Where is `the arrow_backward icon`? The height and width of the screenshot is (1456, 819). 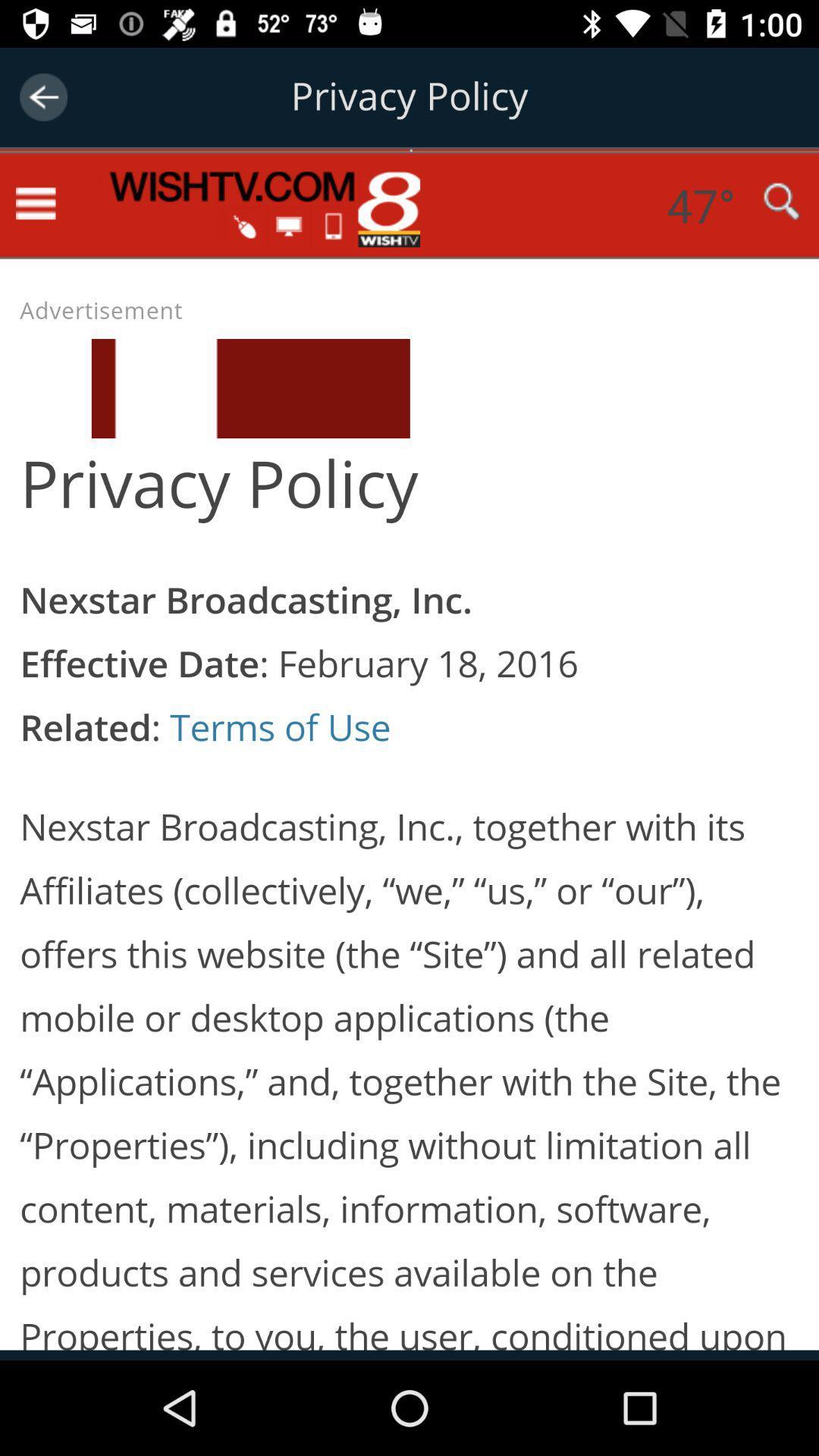
the arrow_backward icon is located at coordinates (42, 96).